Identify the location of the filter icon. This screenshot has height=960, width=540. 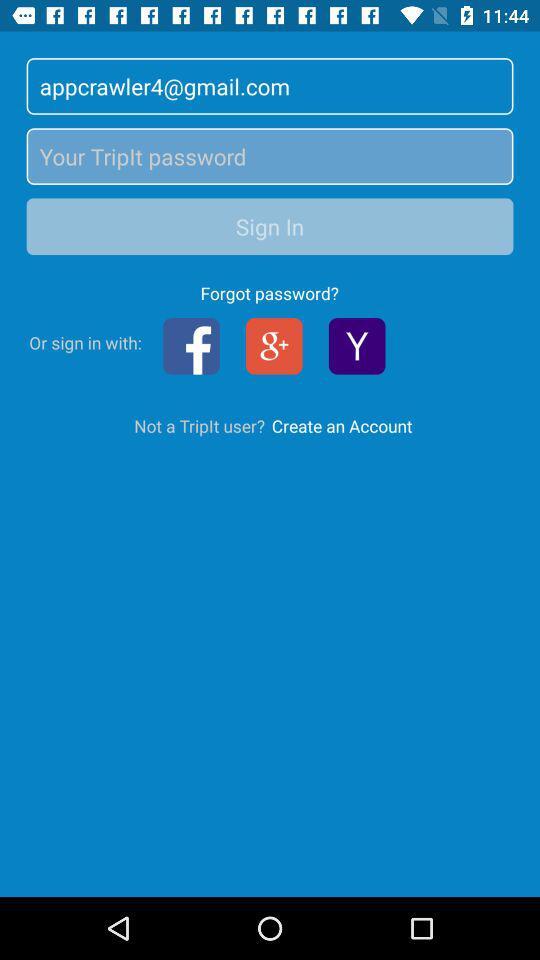
(356, 346).